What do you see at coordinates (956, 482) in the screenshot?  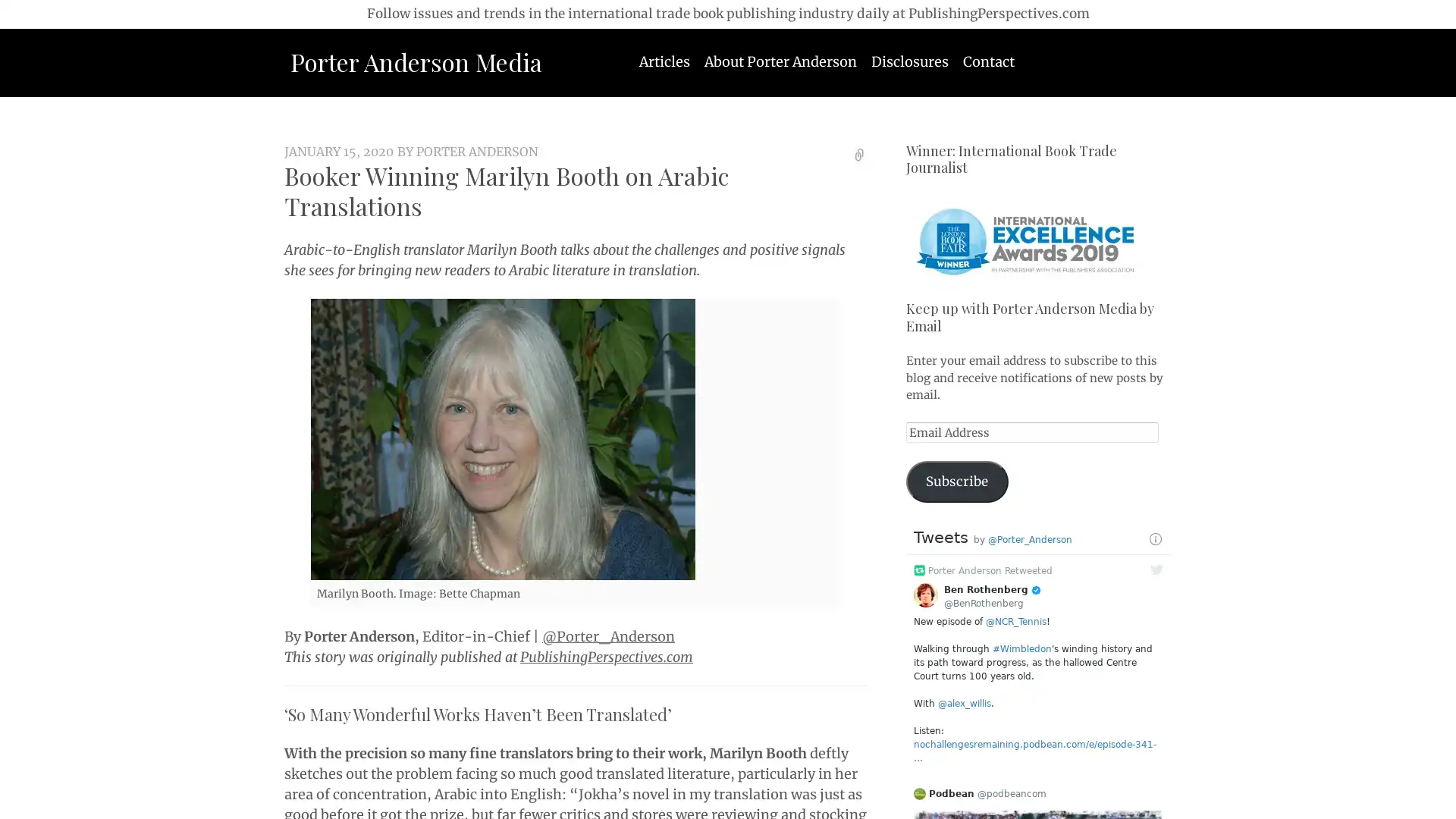 I see `Subscribe` at bounding box center [956, 482].